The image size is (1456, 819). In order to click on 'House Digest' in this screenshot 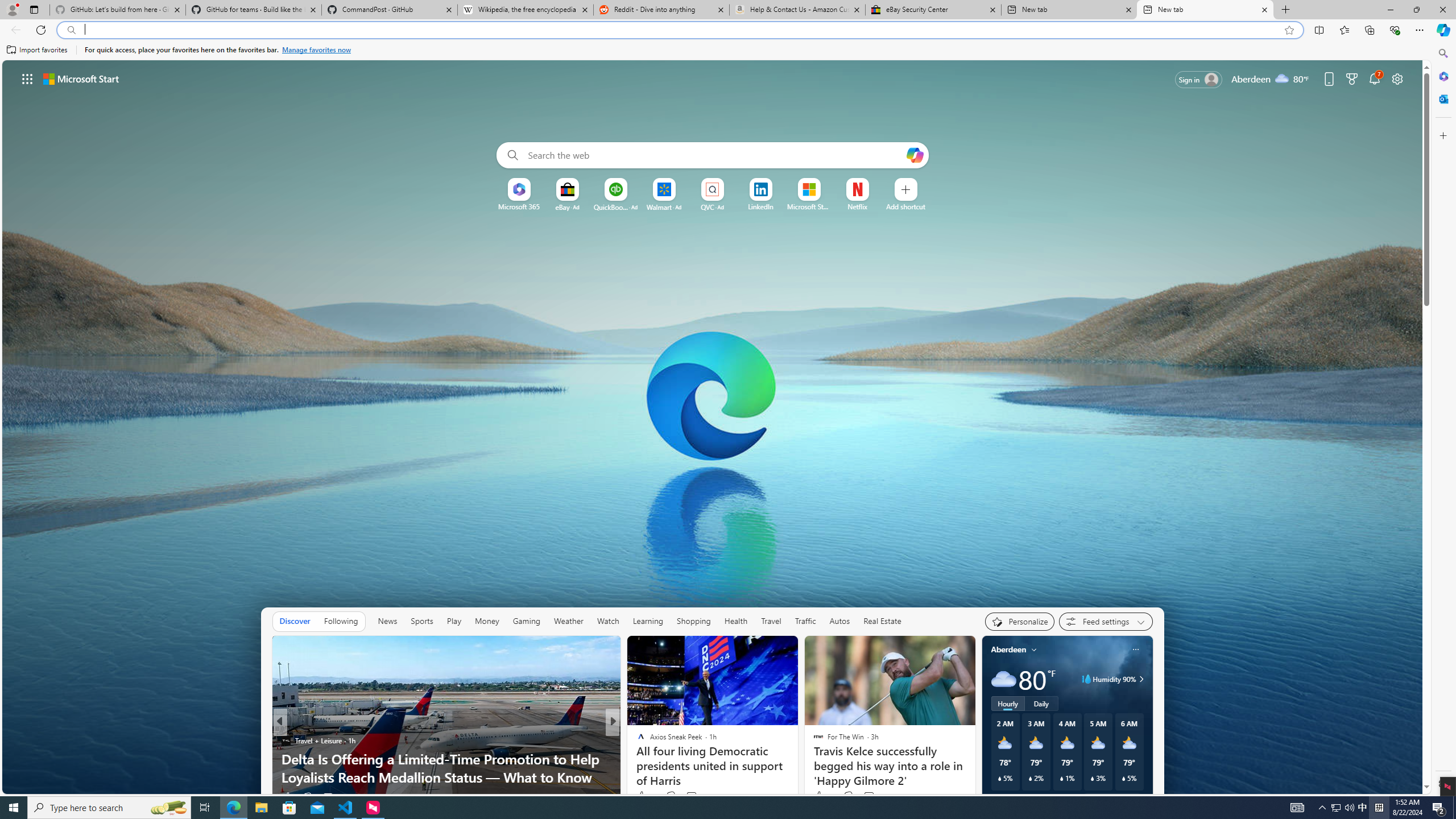, I will do `click(635, 741)`.